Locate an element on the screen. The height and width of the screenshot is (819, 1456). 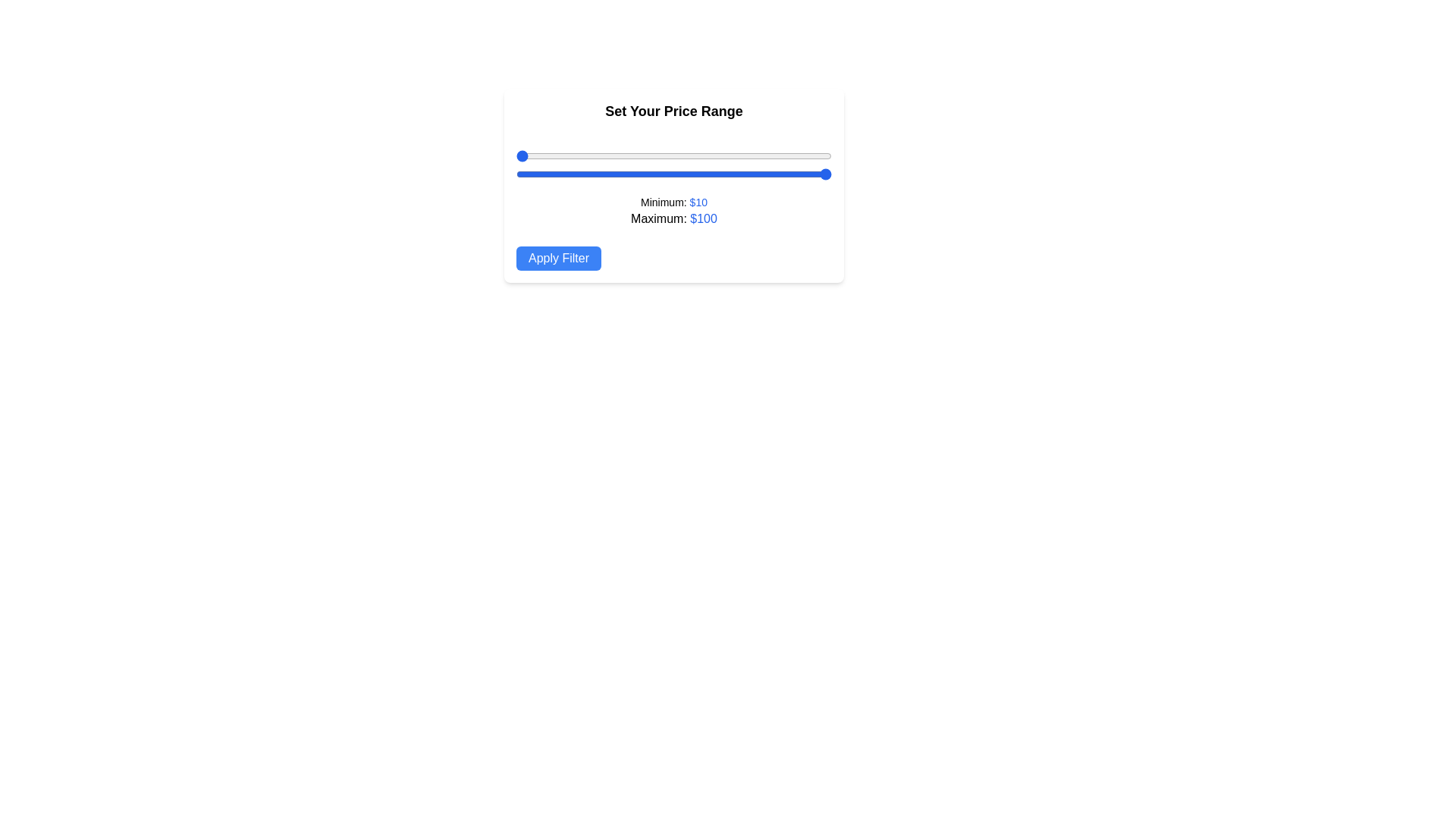
the static text displaying the maximum value of the price range, located below the 'Minimum: $10' text and above the price range sliders is located at coordinates (673, 219).